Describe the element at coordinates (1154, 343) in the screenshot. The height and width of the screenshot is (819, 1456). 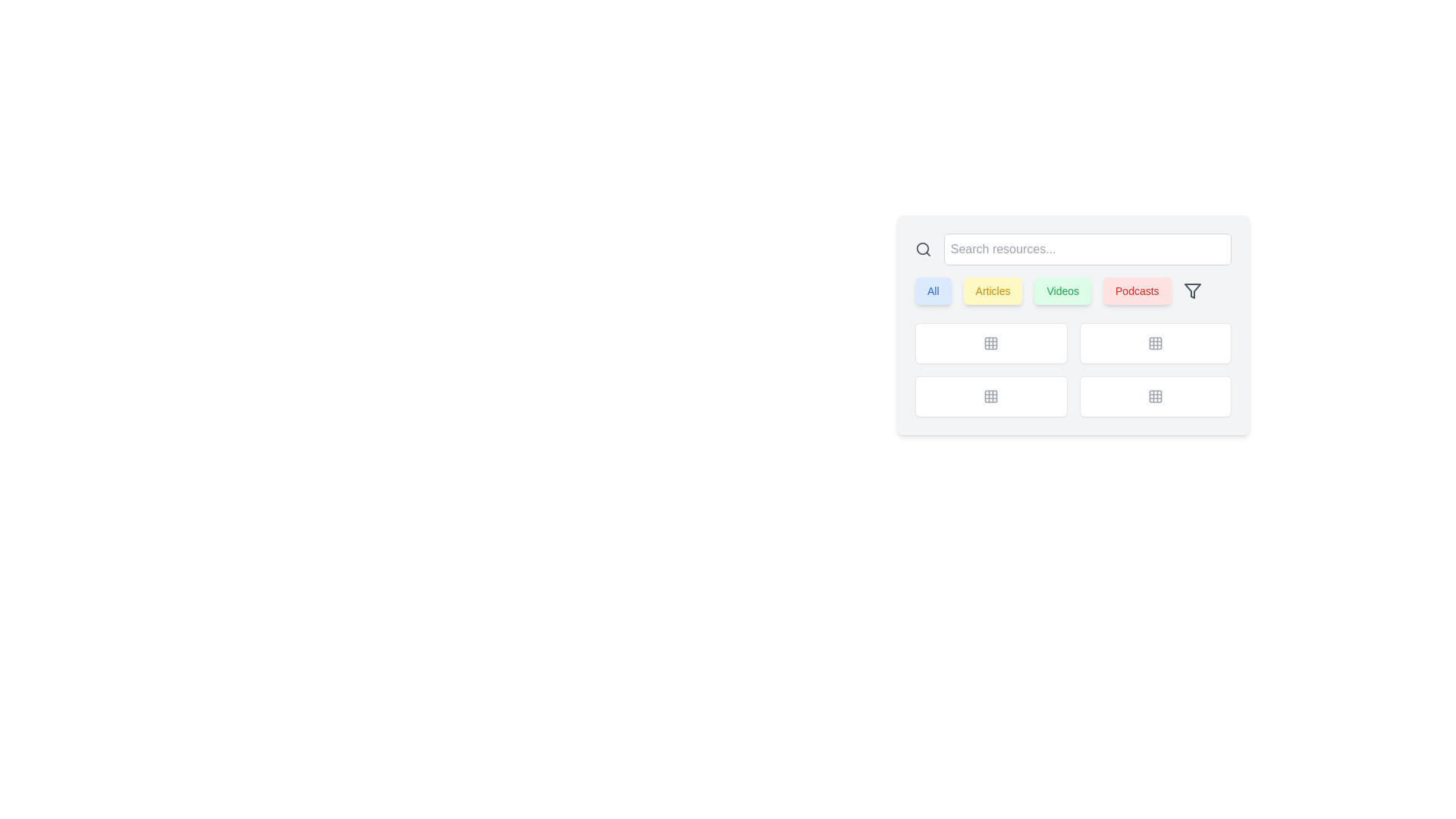
I see `the grid or layout view icon located in the lower-right button of the group of six evenly spaced buttons in the central interface box` at that location.